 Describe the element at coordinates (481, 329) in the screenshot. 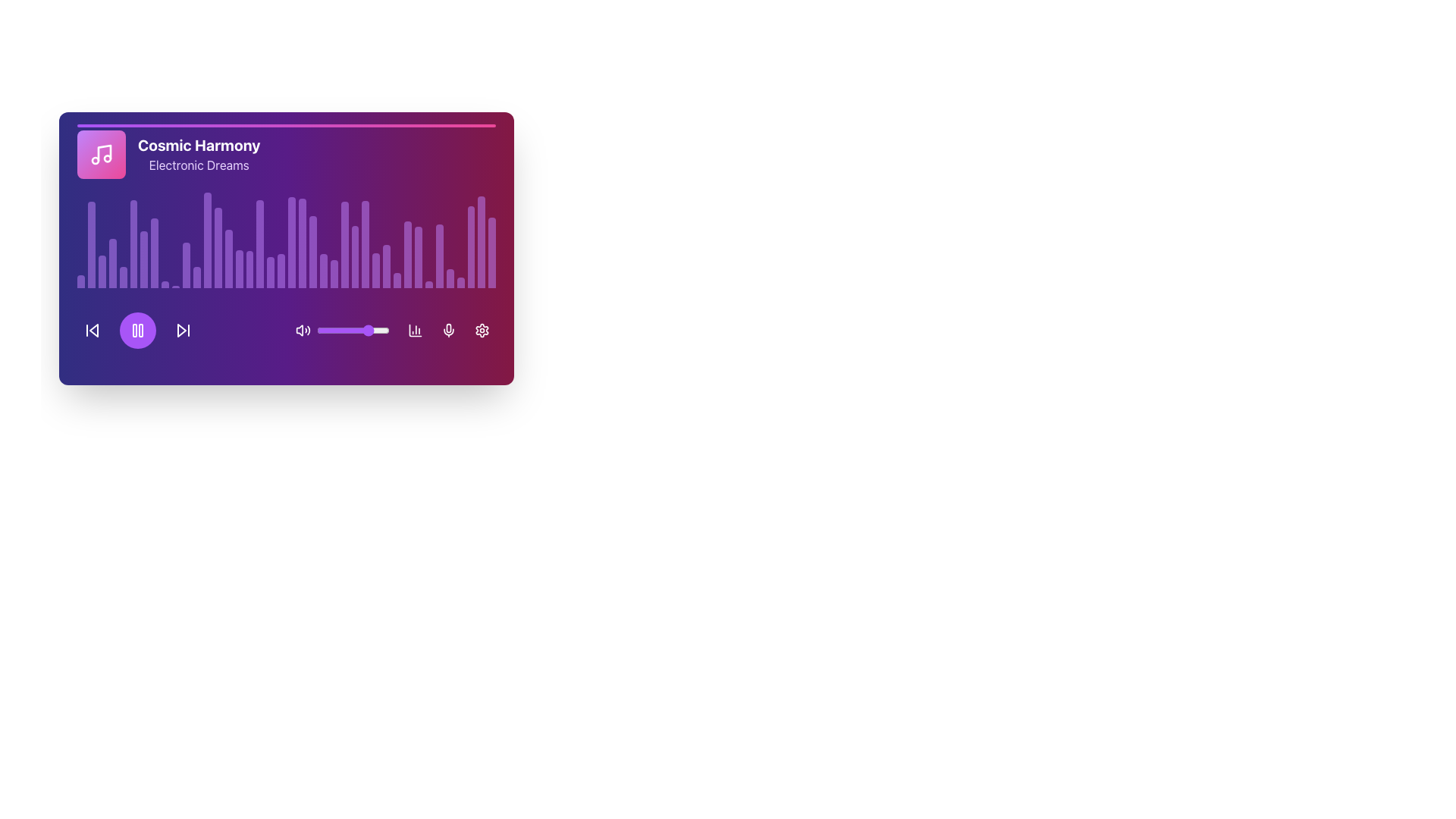

I see `the settings button located at the bottom-right corner of the card, which is the rightmost button next to the microphone icon` at that location.